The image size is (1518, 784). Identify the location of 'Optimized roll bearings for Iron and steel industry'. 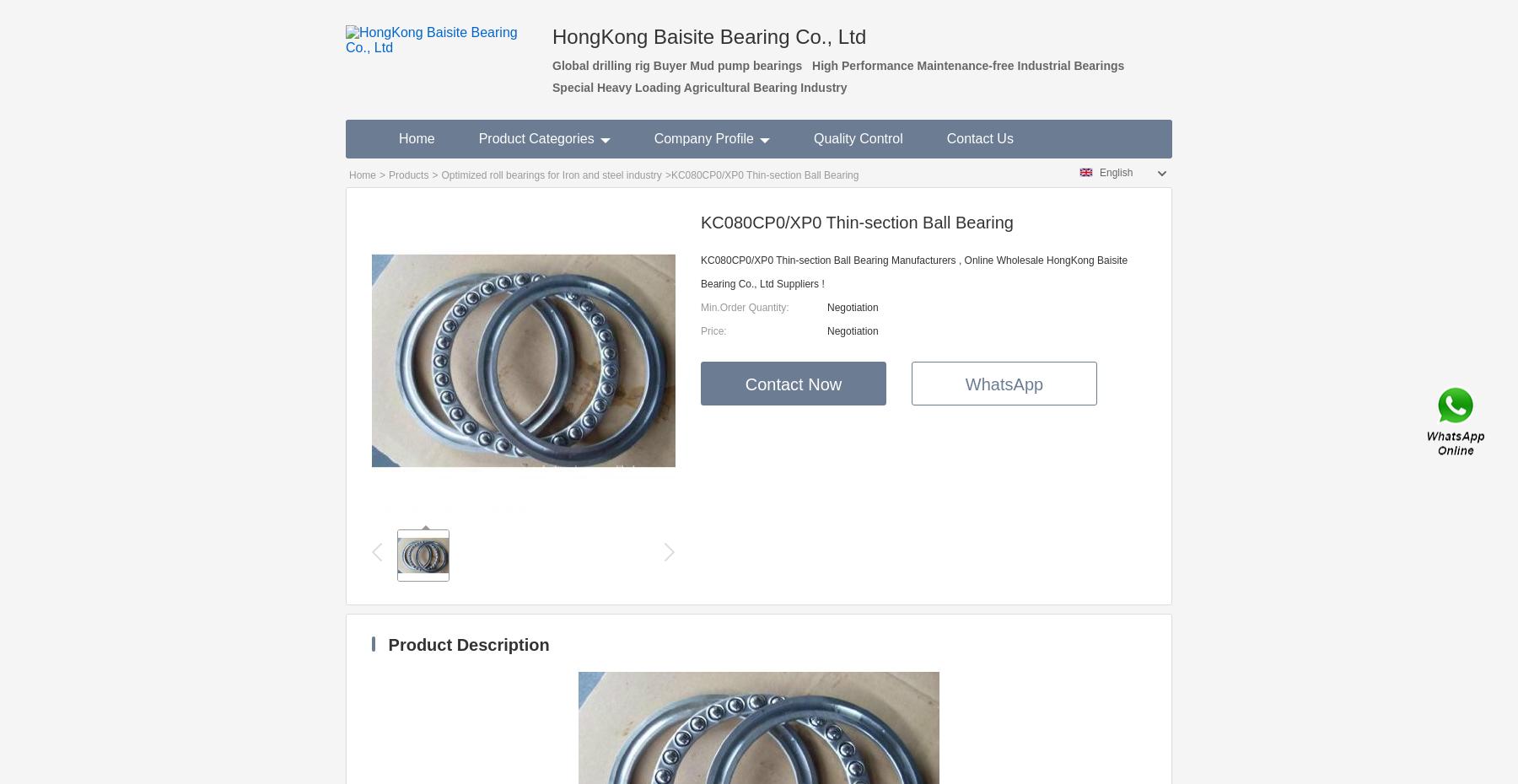
(551, 175).